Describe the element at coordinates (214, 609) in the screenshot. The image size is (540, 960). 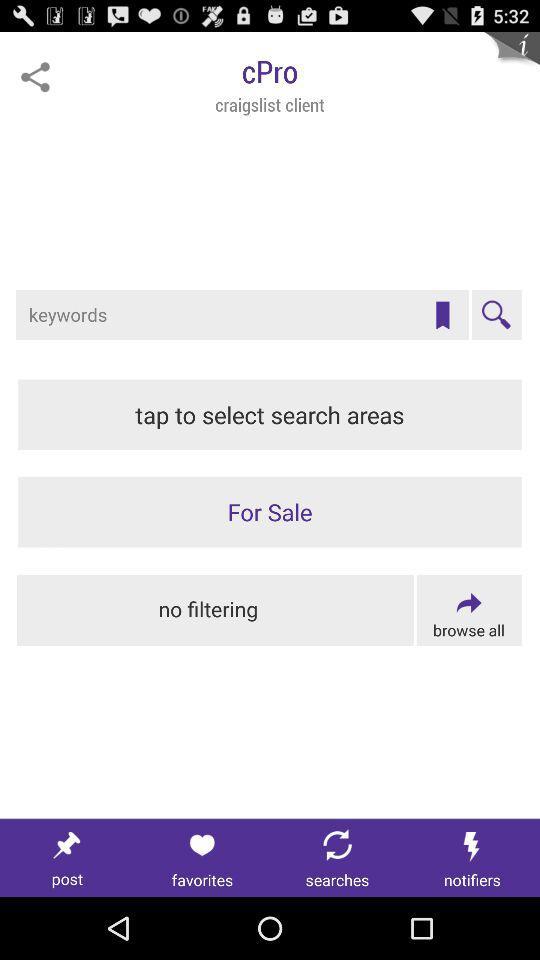
I see `stop filtering` at that location.